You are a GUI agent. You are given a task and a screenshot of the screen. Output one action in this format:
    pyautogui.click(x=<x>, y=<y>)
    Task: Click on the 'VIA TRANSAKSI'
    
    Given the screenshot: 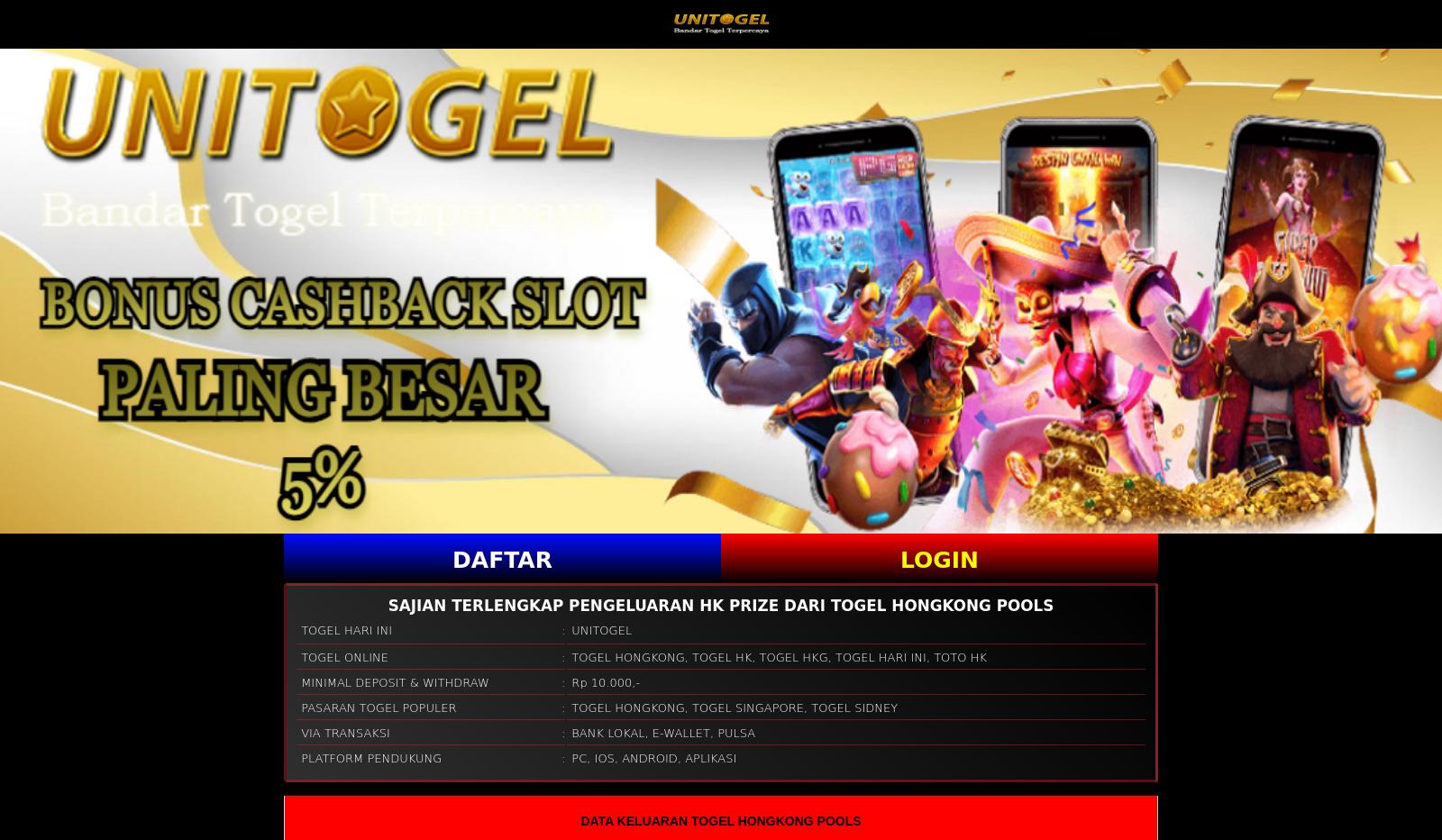 What is the action you would take?
    pyautogui.click(x=345, y=732)
    